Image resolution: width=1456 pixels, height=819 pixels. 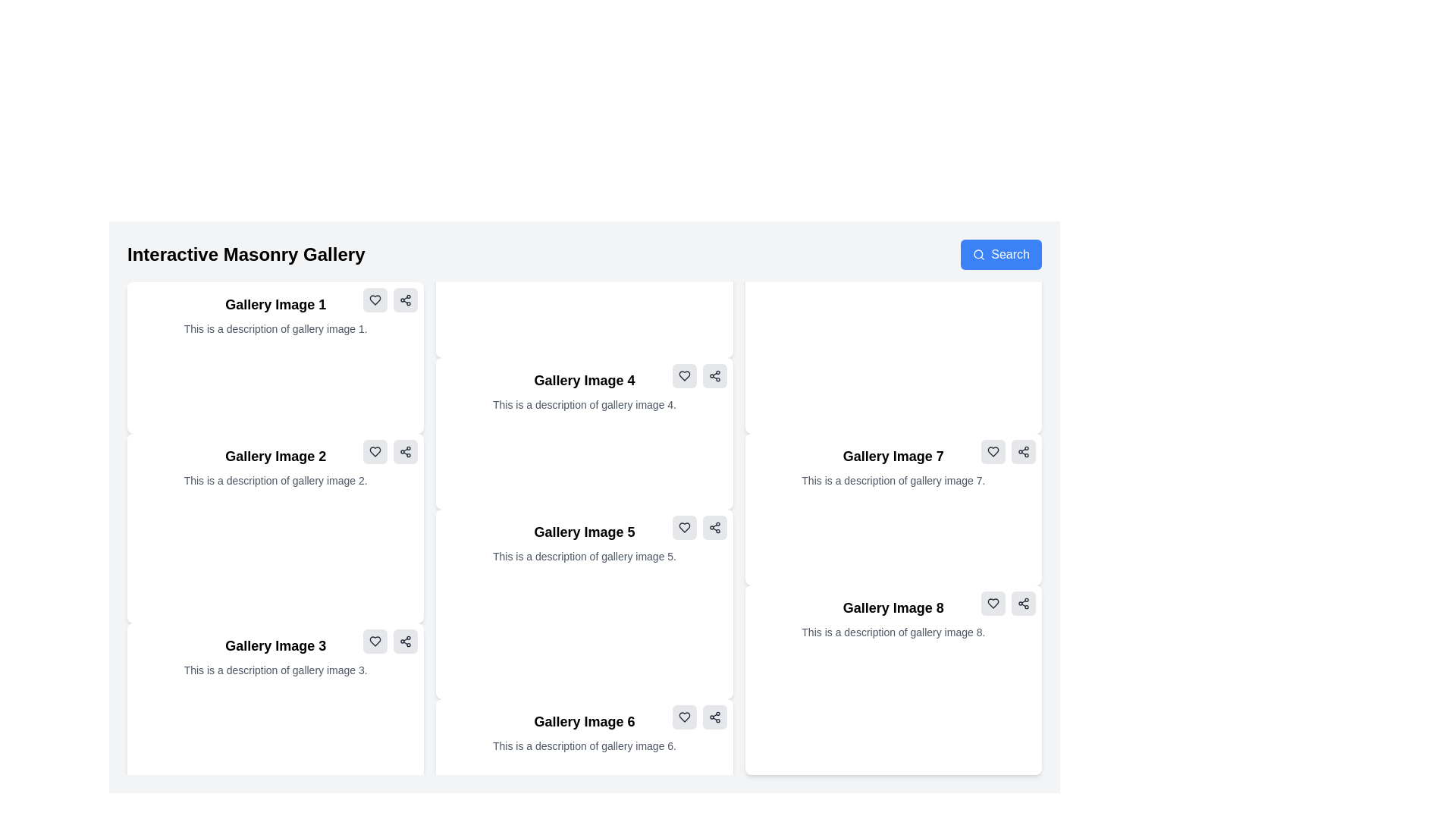 What do you see at coordinates (275, 304) in the screenshot?
I see `the Text Label that serves as a title or heading for the gallery item, located in the top-left corner of the gallery layout, above the textual description` at bounding box center [275, 304].